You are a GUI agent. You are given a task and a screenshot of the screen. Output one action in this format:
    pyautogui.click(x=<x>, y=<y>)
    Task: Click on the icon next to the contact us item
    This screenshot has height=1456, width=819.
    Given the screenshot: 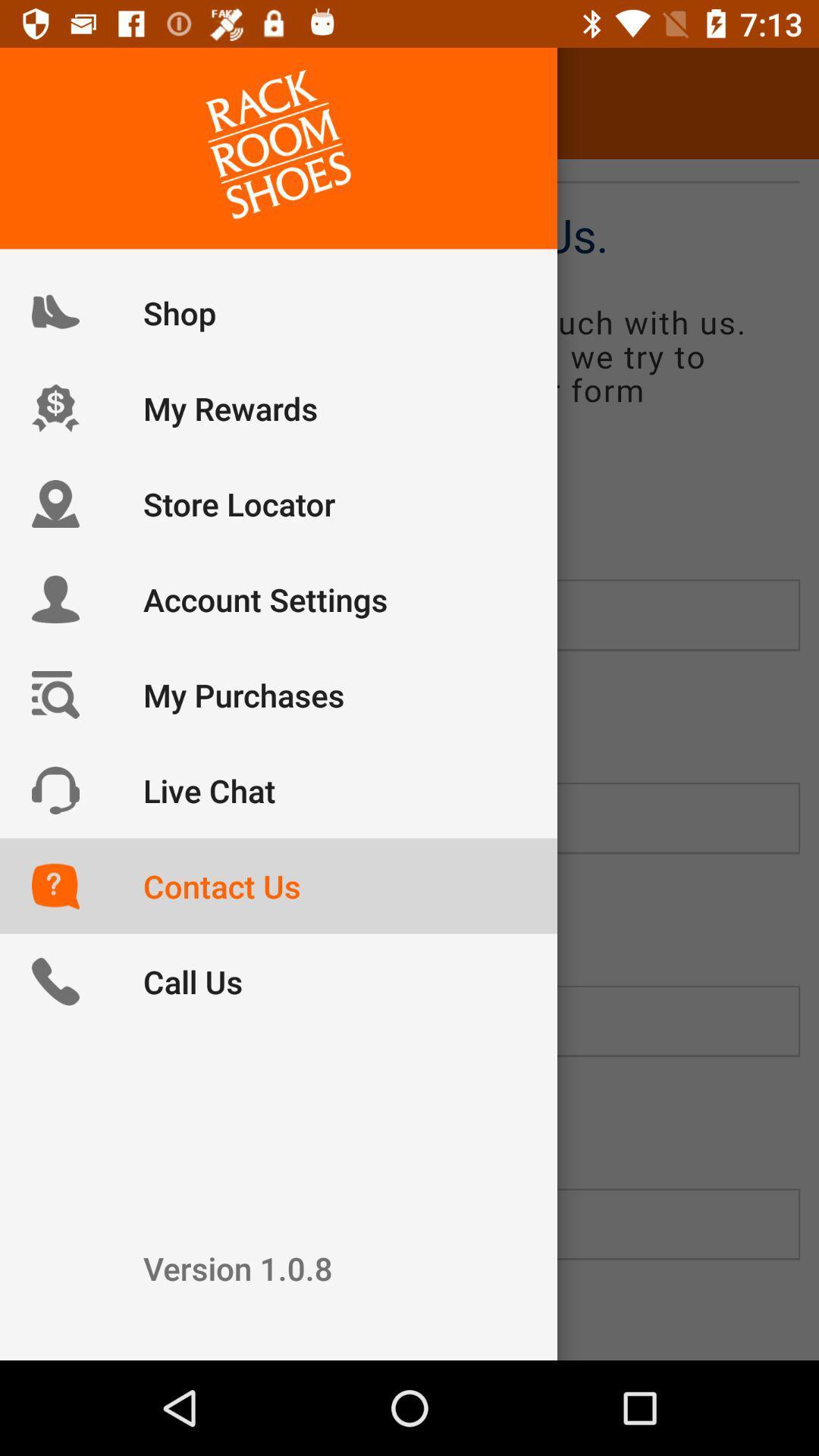 What is the action you would take?
    pyautogui.click(x=55, y=102)
    